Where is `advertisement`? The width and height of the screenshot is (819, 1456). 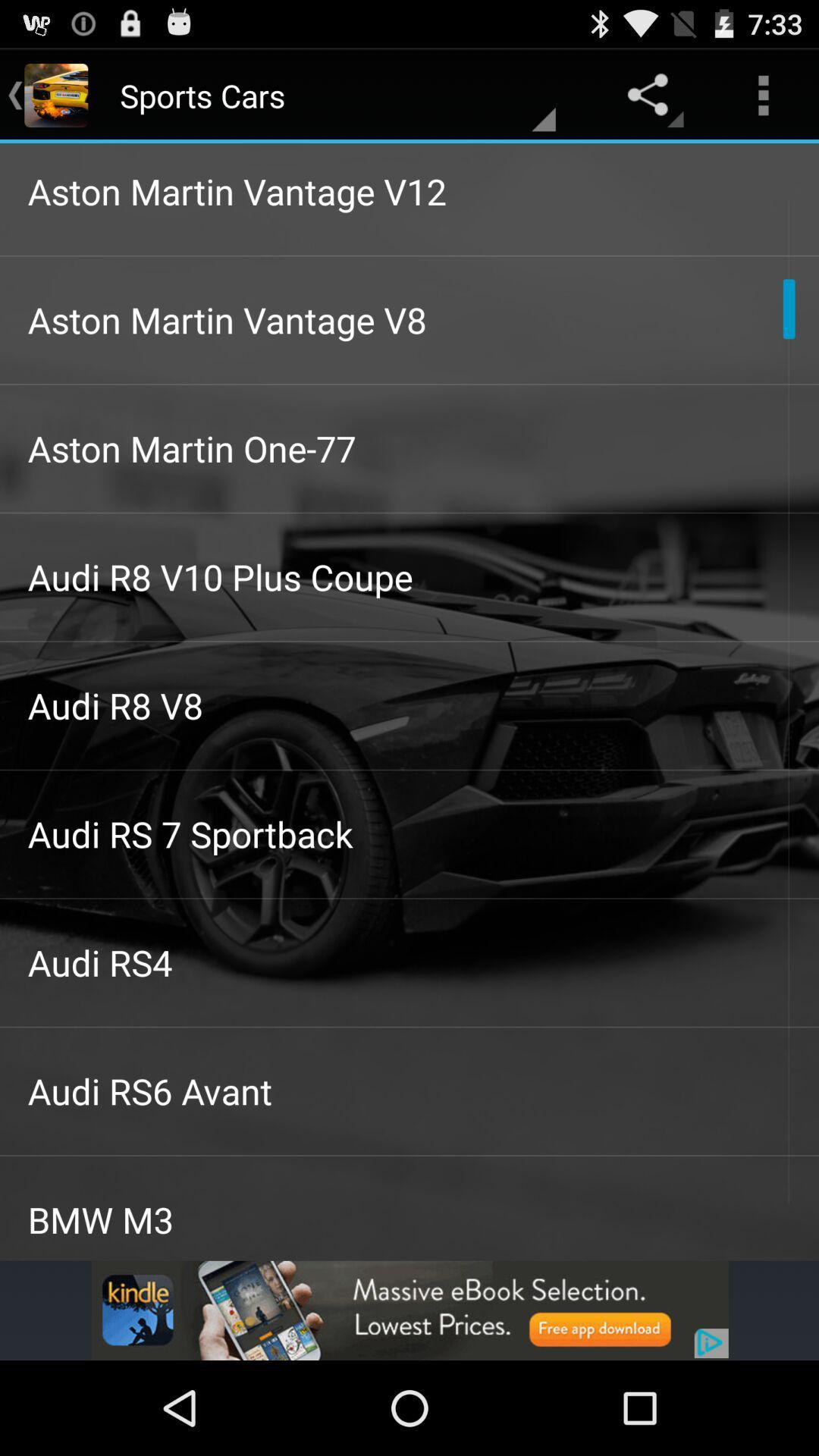
advertisement is located at coordinates (409, 1310).